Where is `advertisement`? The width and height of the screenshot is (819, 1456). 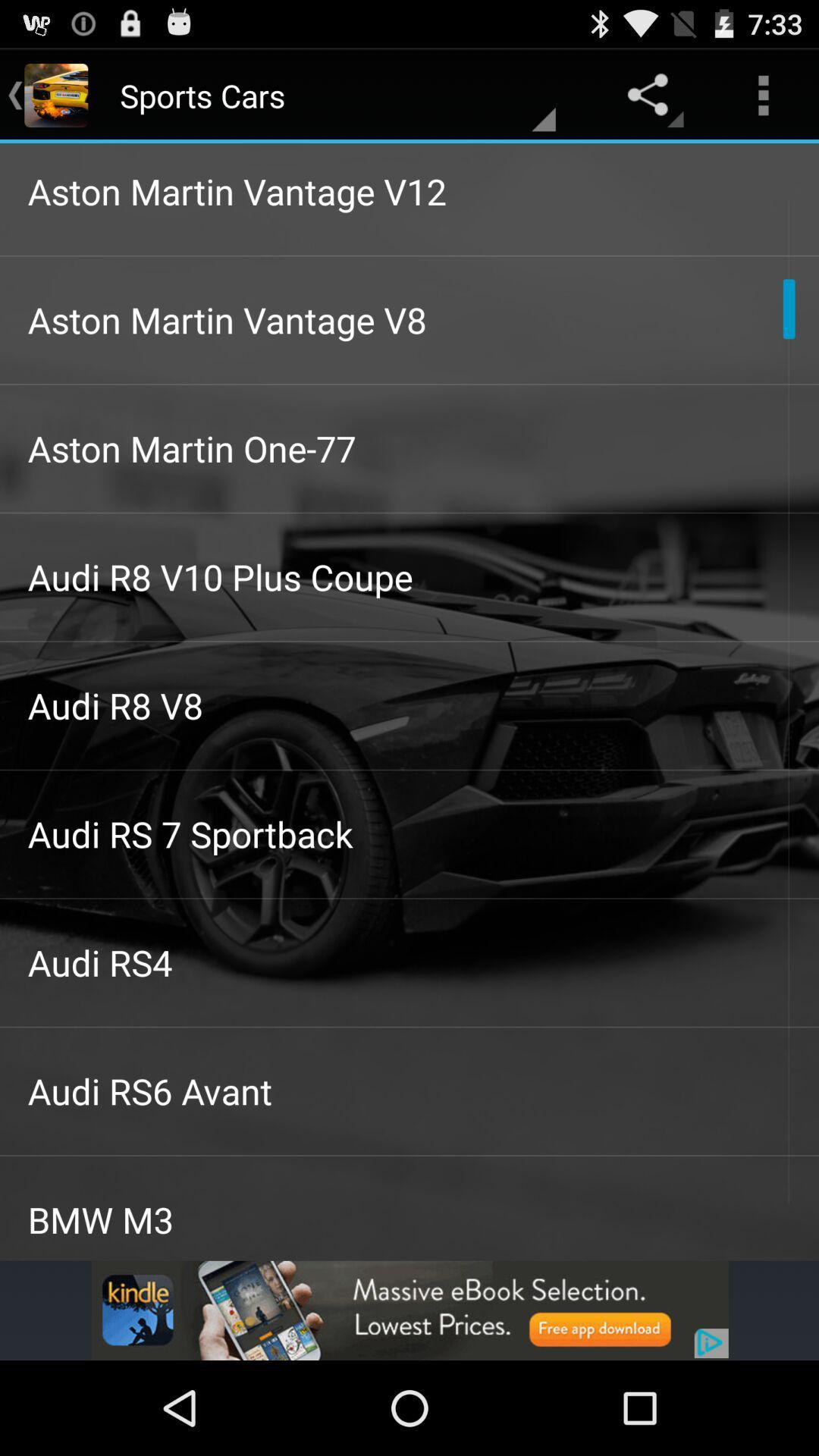
advertisement is located at coordinates (409, 1310).